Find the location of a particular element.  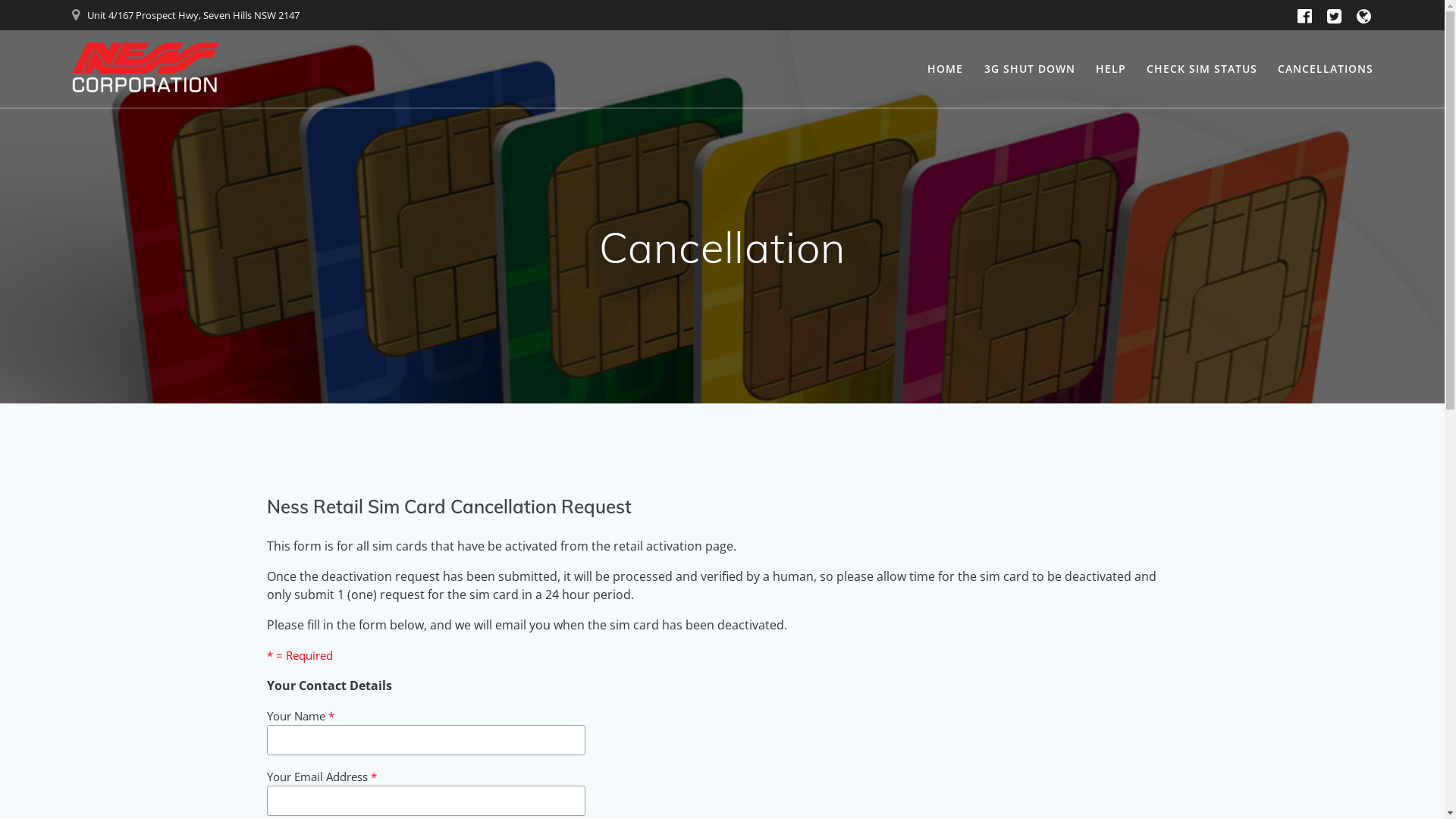

'CANCELLATIONS' is located at coordinates (1324, 69).